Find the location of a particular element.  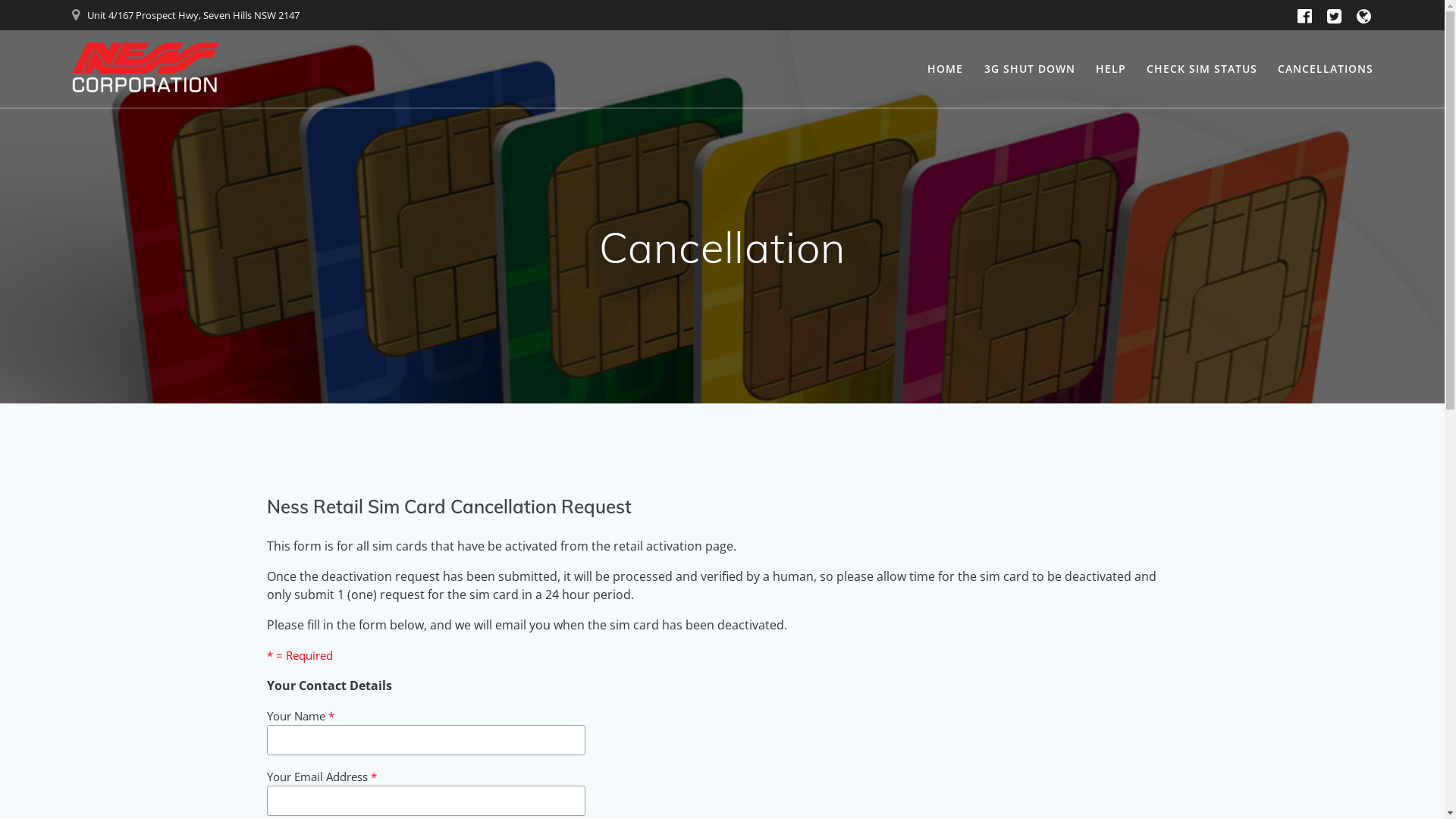

'CANCELLATIONS' is located at coordinates (1324, 69).